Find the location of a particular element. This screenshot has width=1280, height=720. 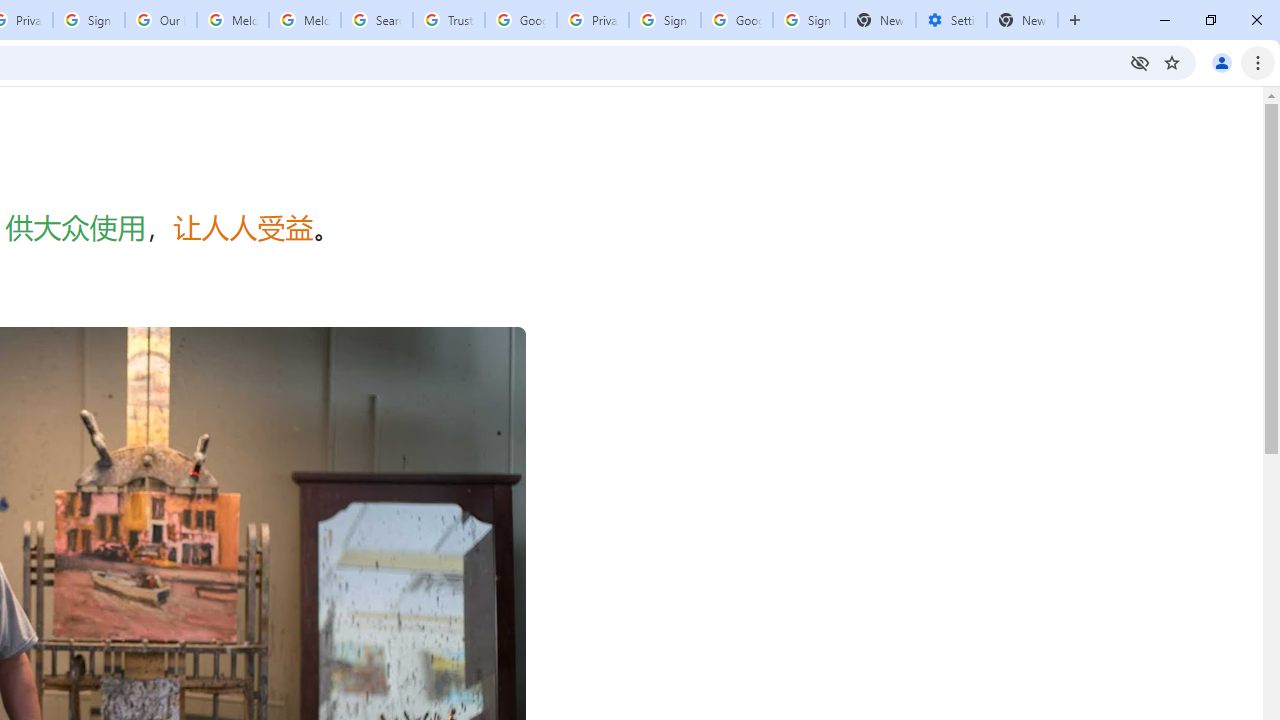

'Bookmark this tab' is located at coordinates (1171, 61).